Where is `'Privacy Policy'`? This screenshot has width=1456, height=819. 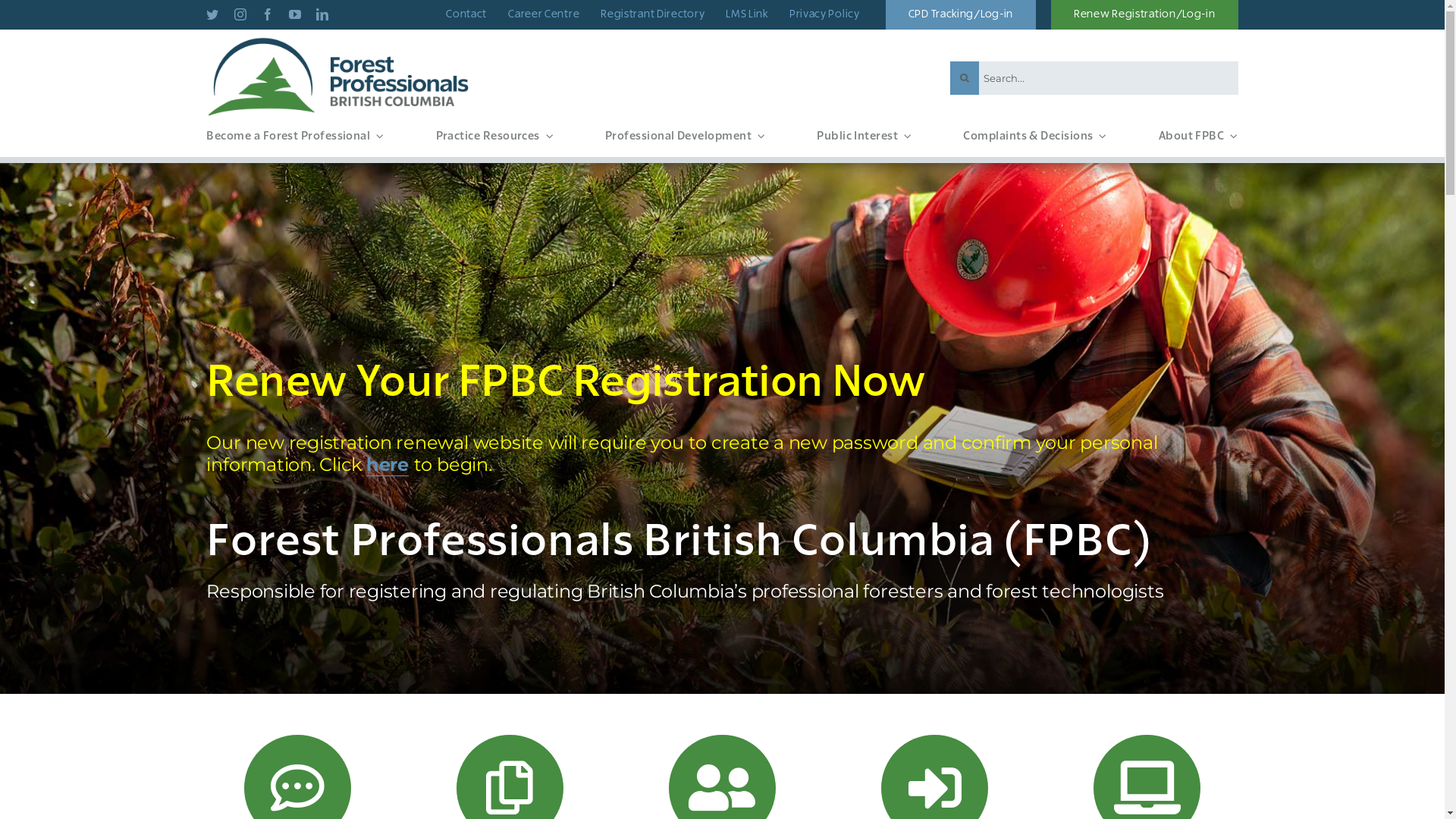 'Privacy Policy' is located at coordinates (824, 14).